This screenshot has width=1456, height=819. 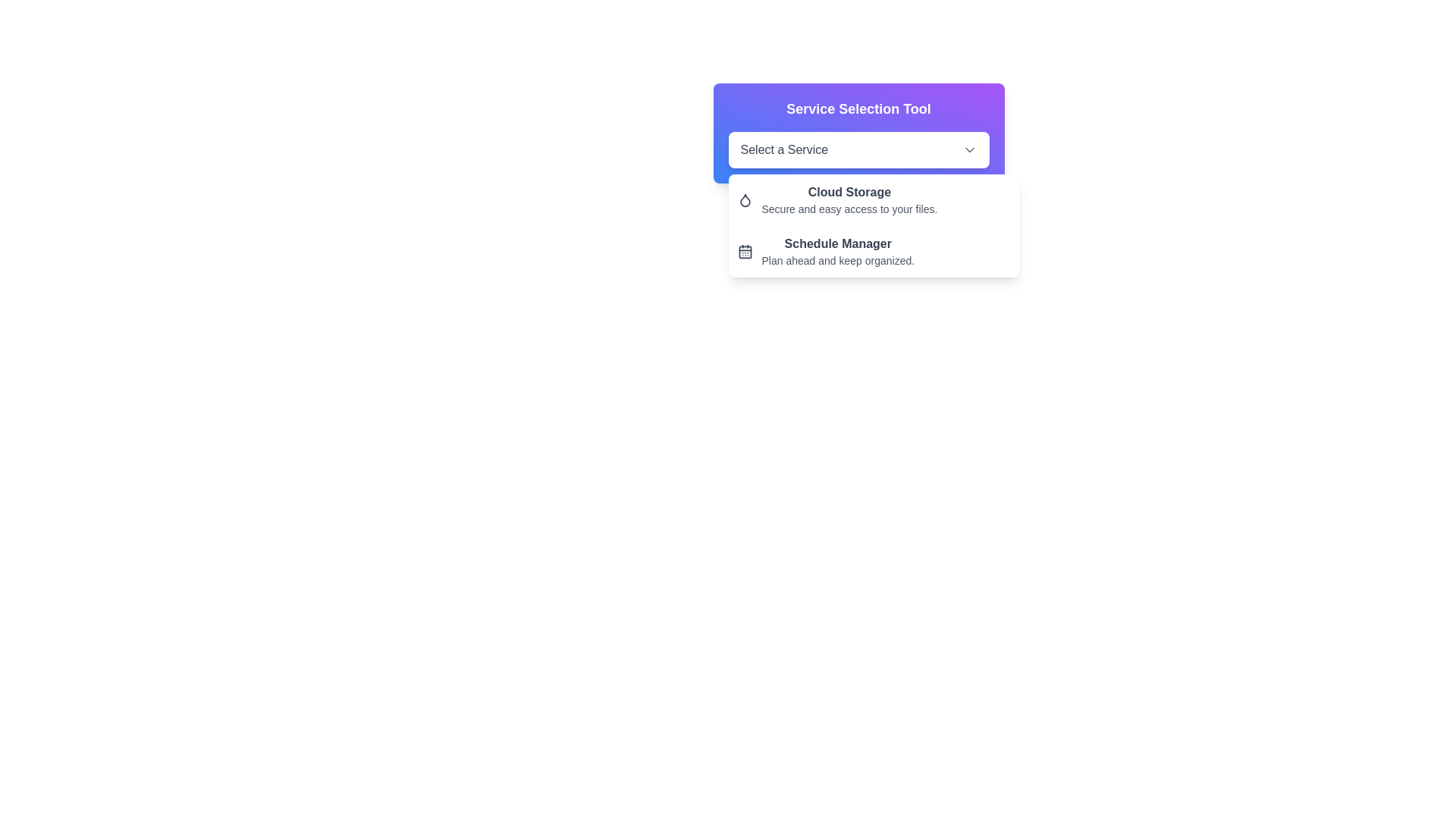 What do you see at coordinates (745, 250) in the screenshot?
I see `the icon representing the 'Schedule Manager' option located to the left of the 'Schedule Manager' text in the dropdown menu` at bounding box center [745, 250].